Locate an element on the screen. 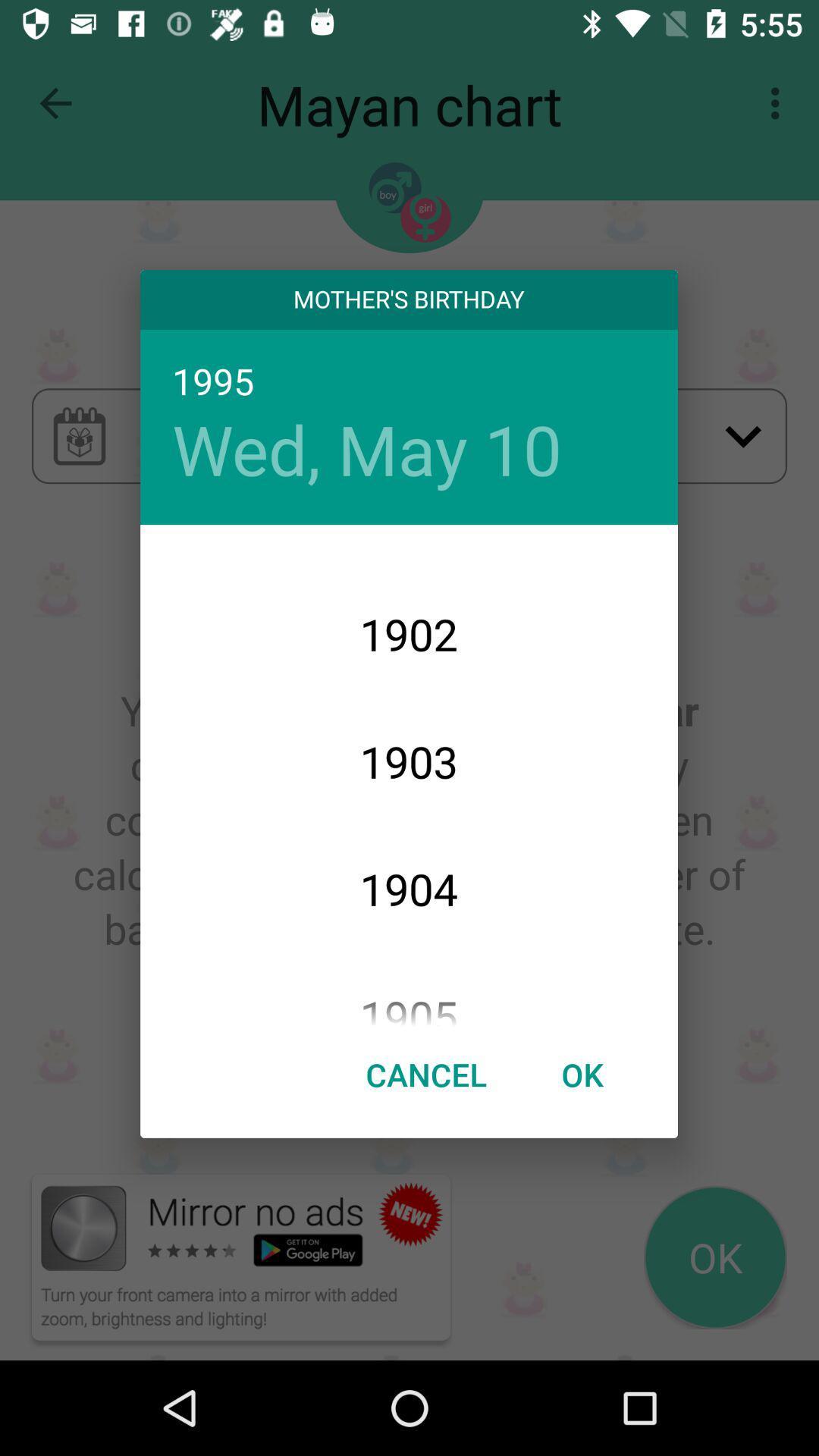  item to the left of ok is located at coordinates (426, 1073).